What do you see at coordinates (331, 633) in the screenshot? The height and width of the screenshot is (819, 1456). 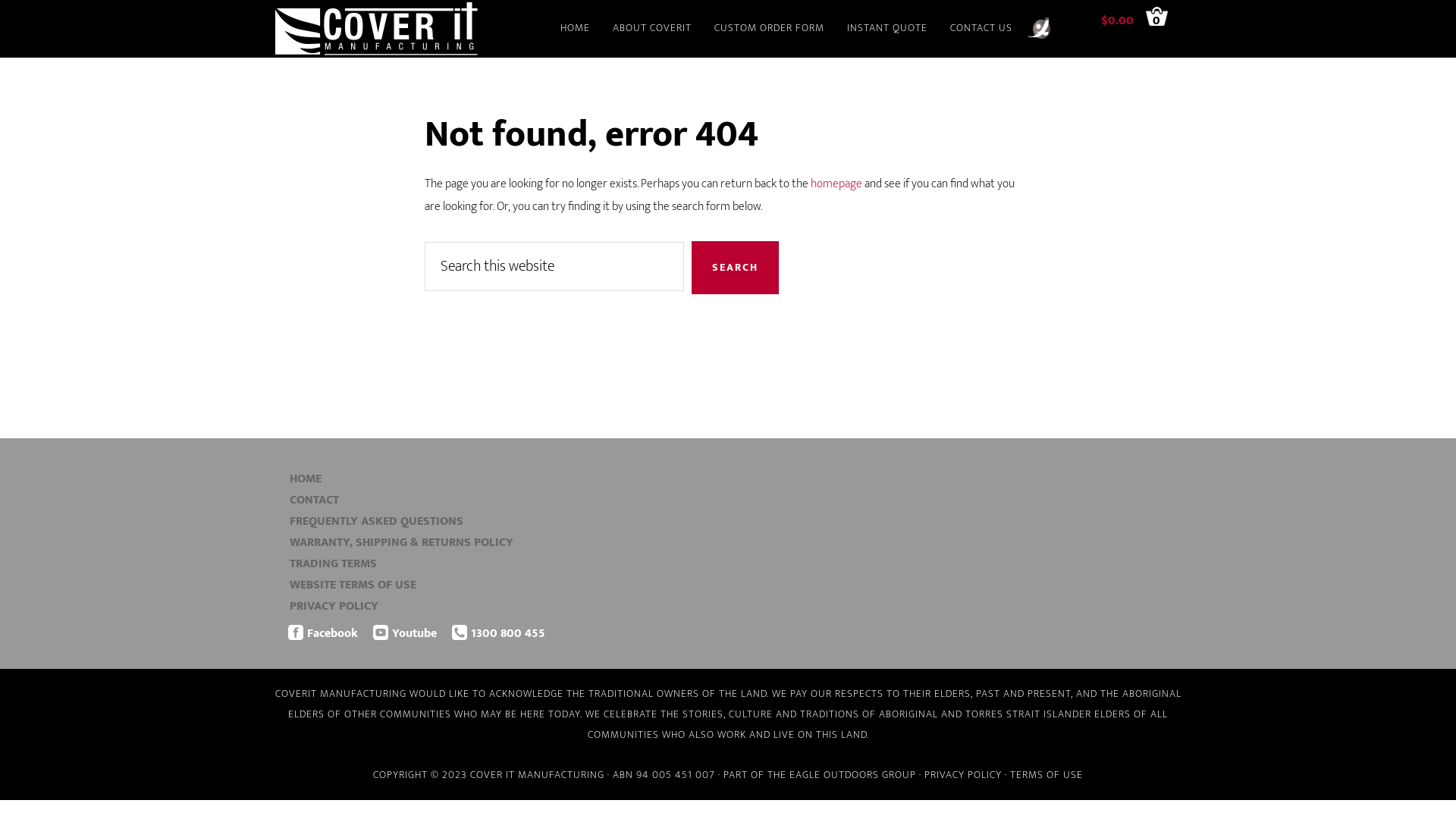 I see `'Facebook'` at bounding box center [331, 633].